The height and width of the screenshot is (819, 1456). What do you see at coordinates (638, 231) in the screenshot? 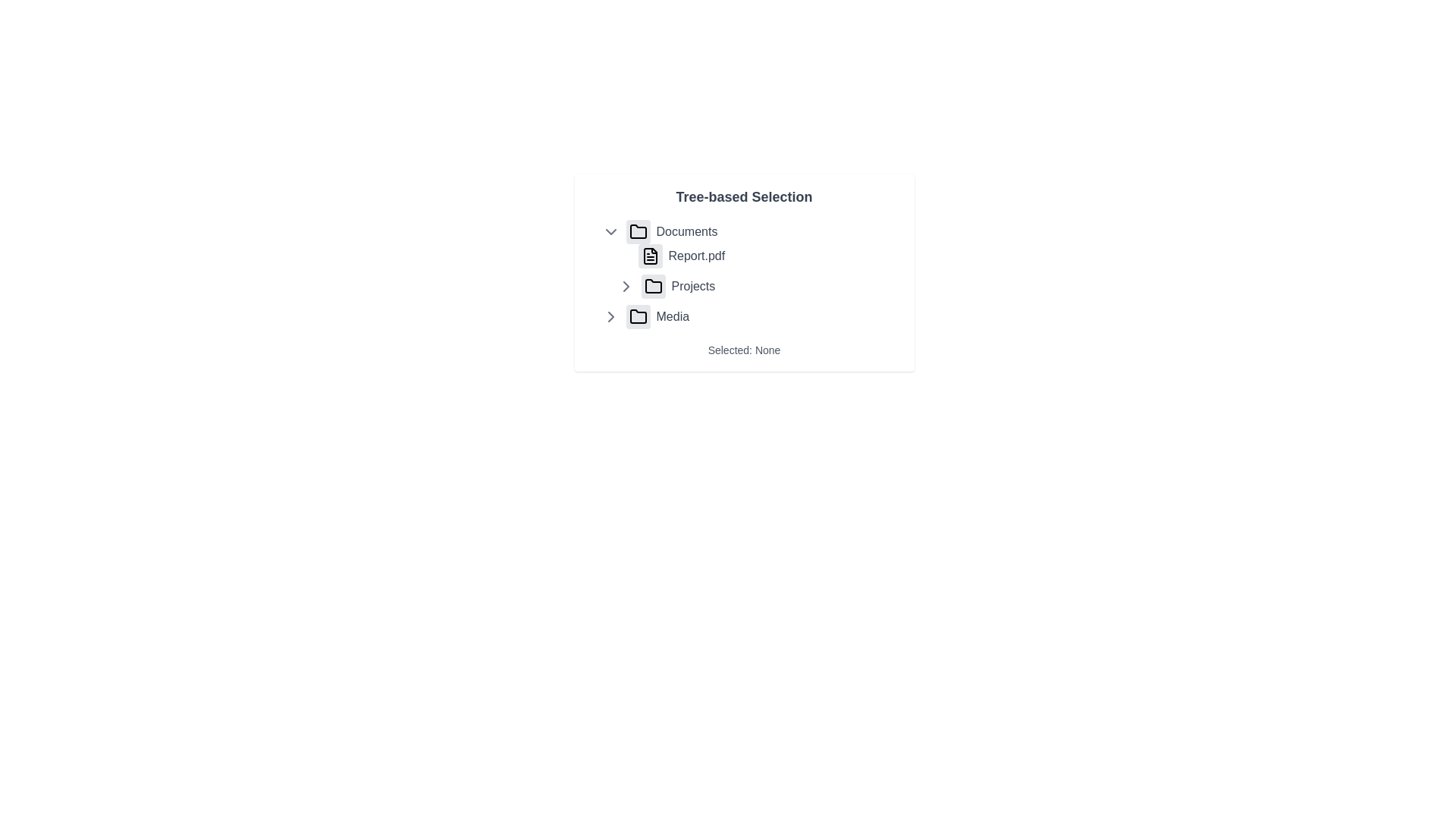
I see `the small square gray Icon button with a folder icon outlined in black, located to the left of the 'Documents' text` at bounding box center [638, 231].